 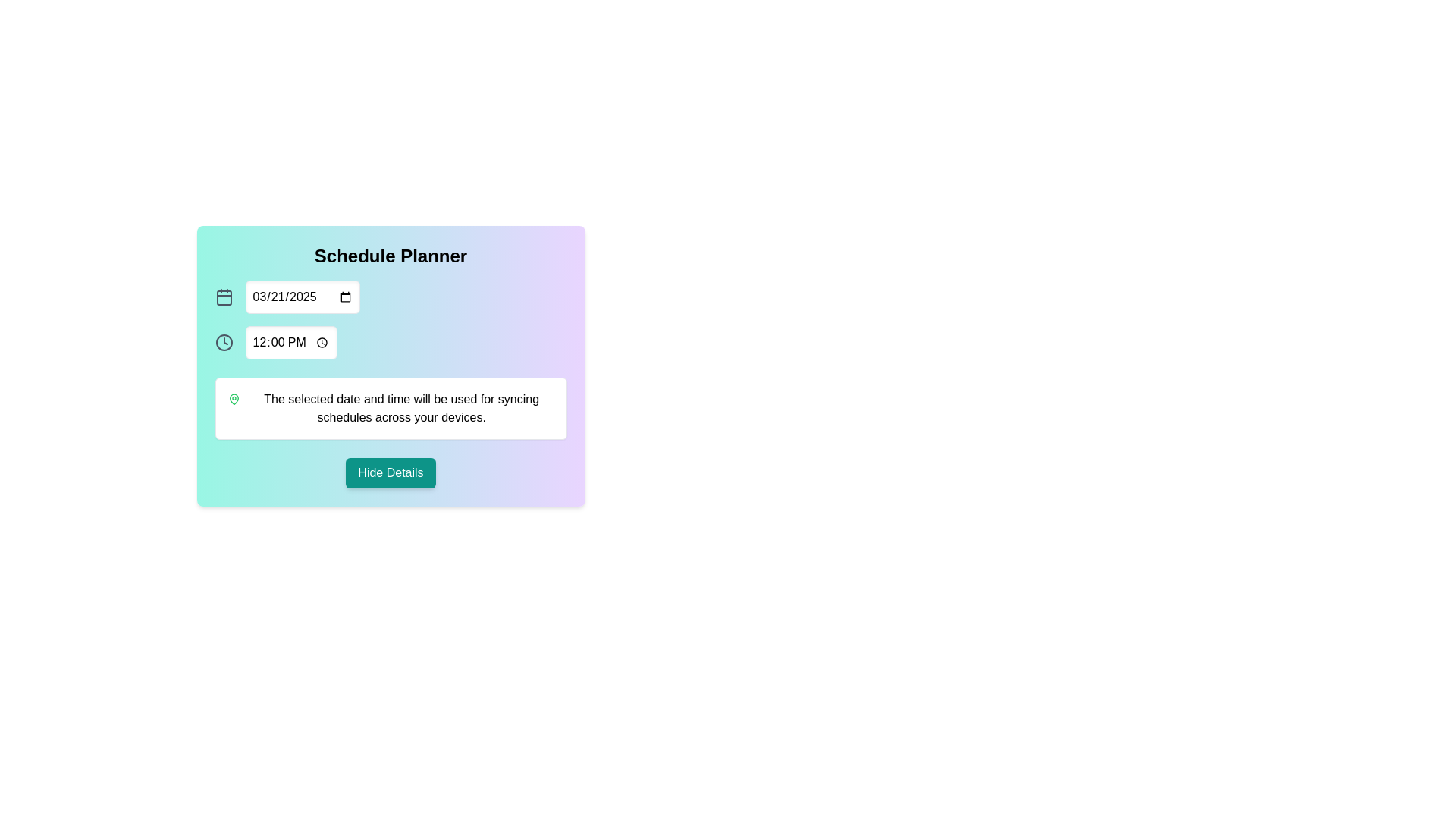 What do you see at coordinates (233, 399) in the screenshot?
I see `the decorative icon located to the left of the text block that indicates syncing schedules across devices` at bounding box center [233, 399].